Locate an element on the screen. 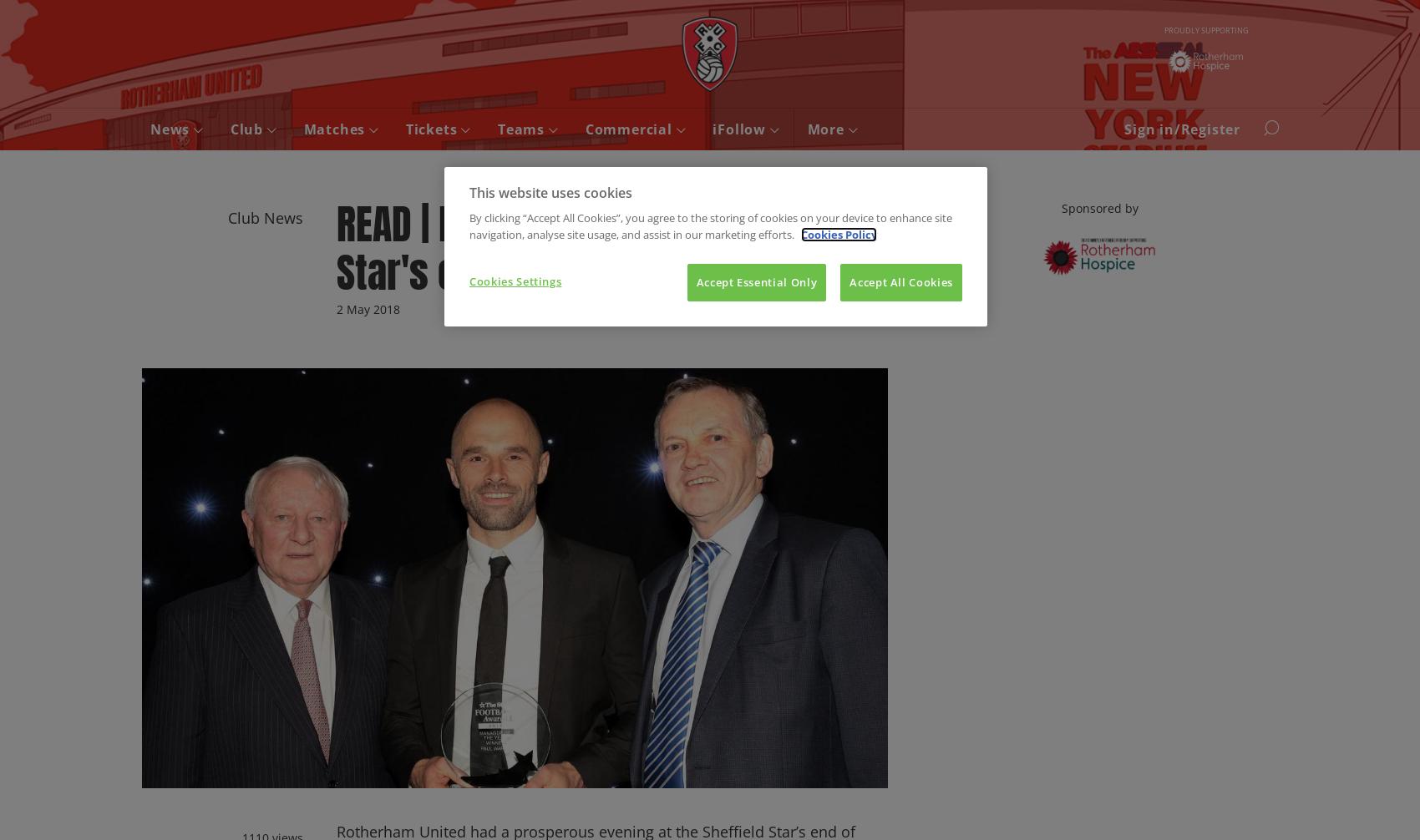 The image size is (1420, 840). 'Club News' is located at coordinates (266, 216).